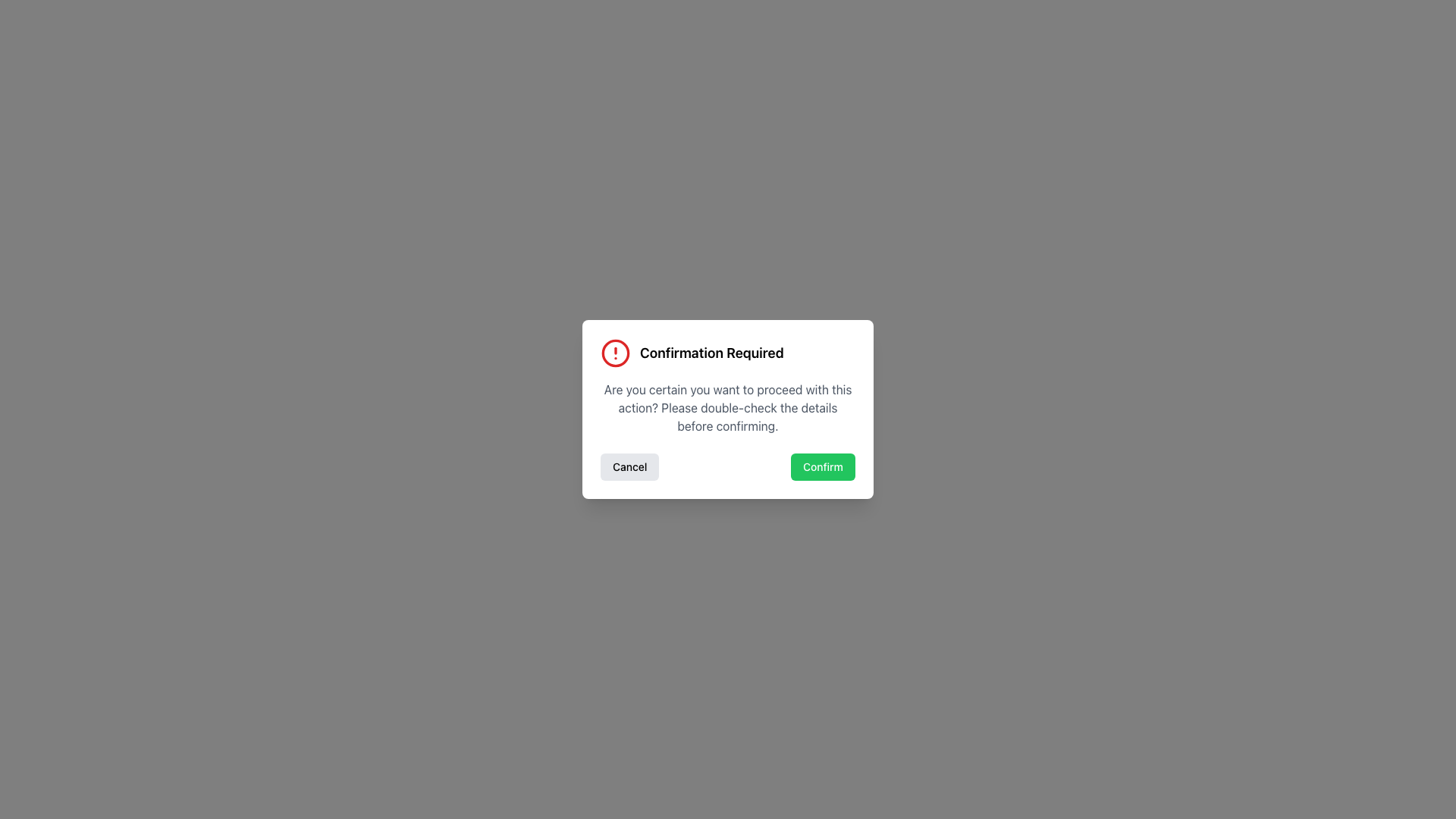 This screenshot has width=1456, height=819. What do you see at coordinates (728, 466) in the screenshot?
I see `the 'Confirm' button in the Button Group, which is located at the bottom-most section of the dialog box and has a green background` at bounding box center [728, 466].